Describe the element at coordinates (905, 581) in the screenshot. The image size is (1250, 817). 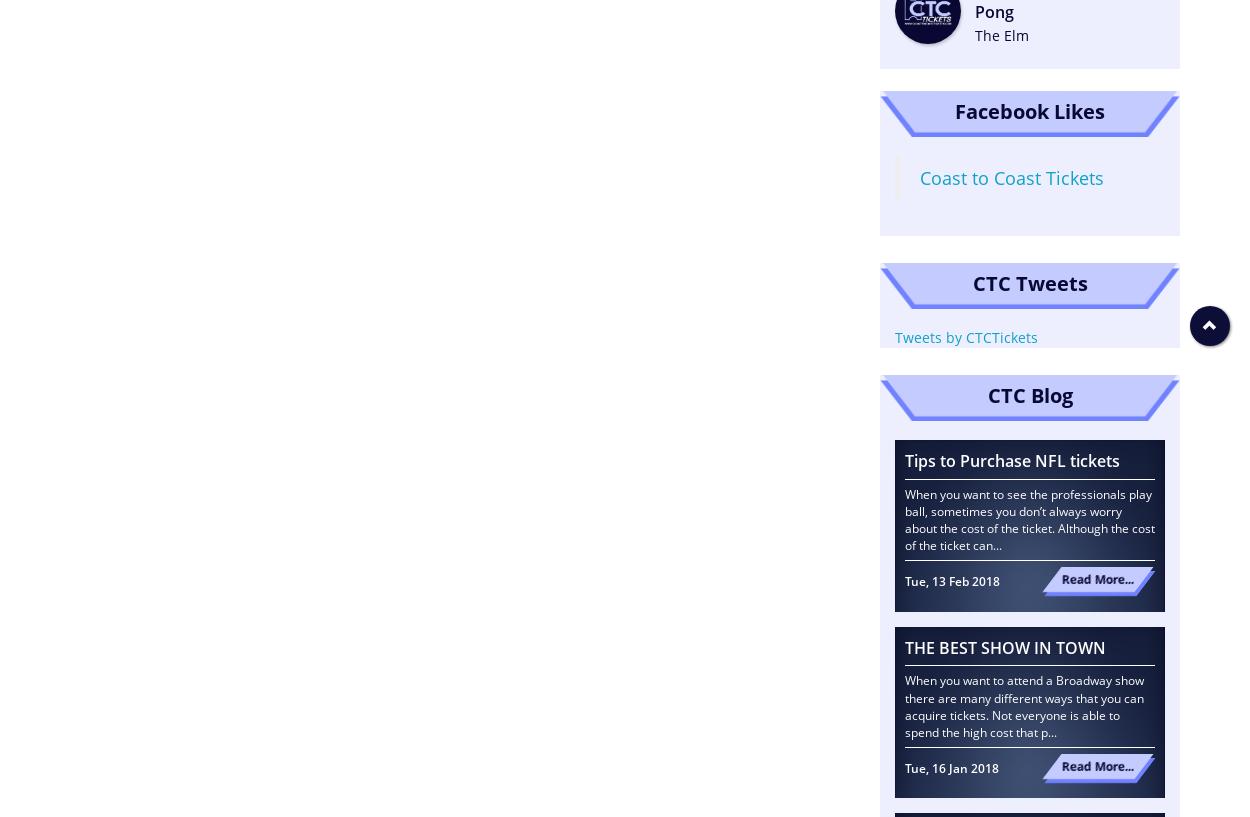
I see `'Tue, 13 Feb 2018'` at that location.